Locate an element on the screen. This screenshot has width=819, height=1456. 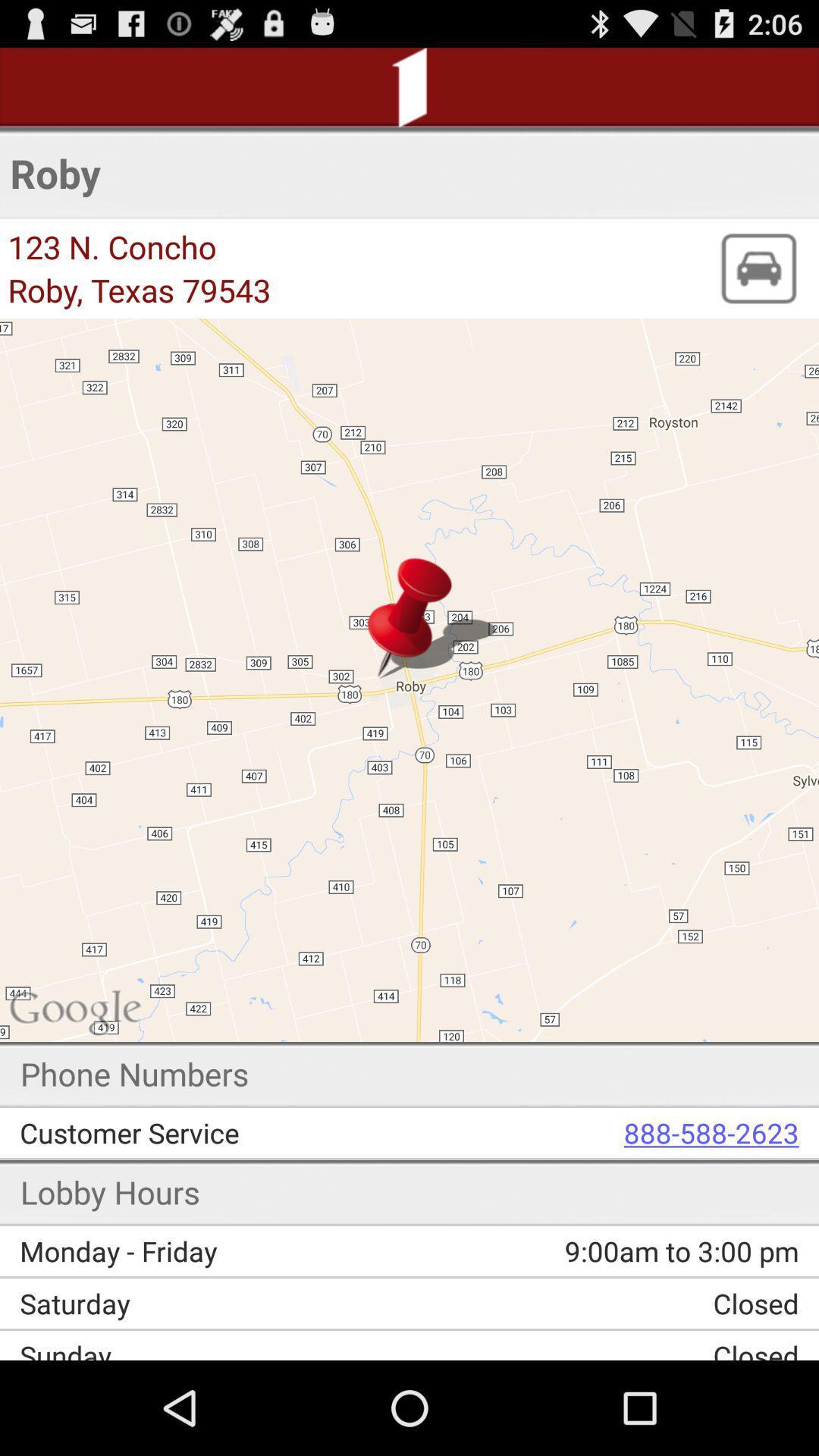
item next to the customer service item is located at coordinates (615, 1132).